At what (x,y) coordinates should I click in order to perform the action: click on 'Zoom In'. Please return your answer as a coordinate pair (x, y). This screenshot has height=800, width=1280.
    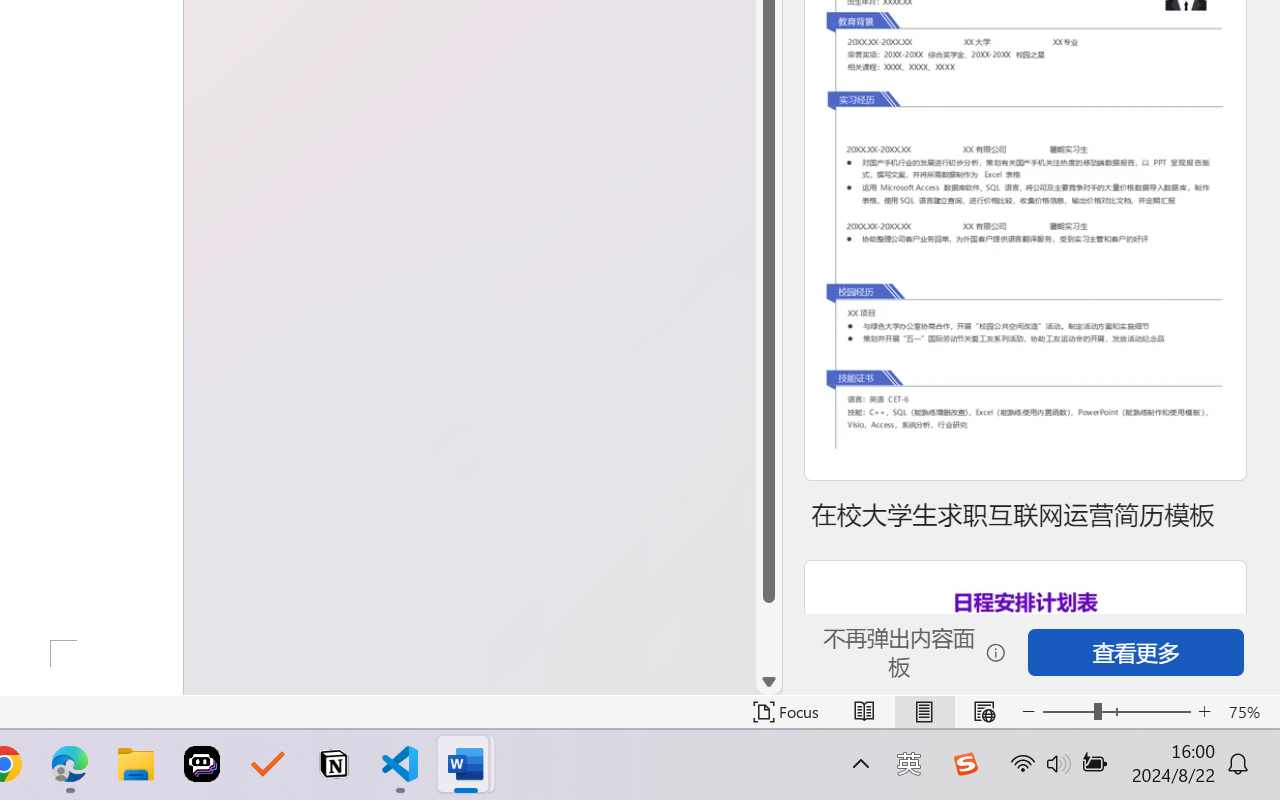
    Looking at the image, I should click on (1204, 711).